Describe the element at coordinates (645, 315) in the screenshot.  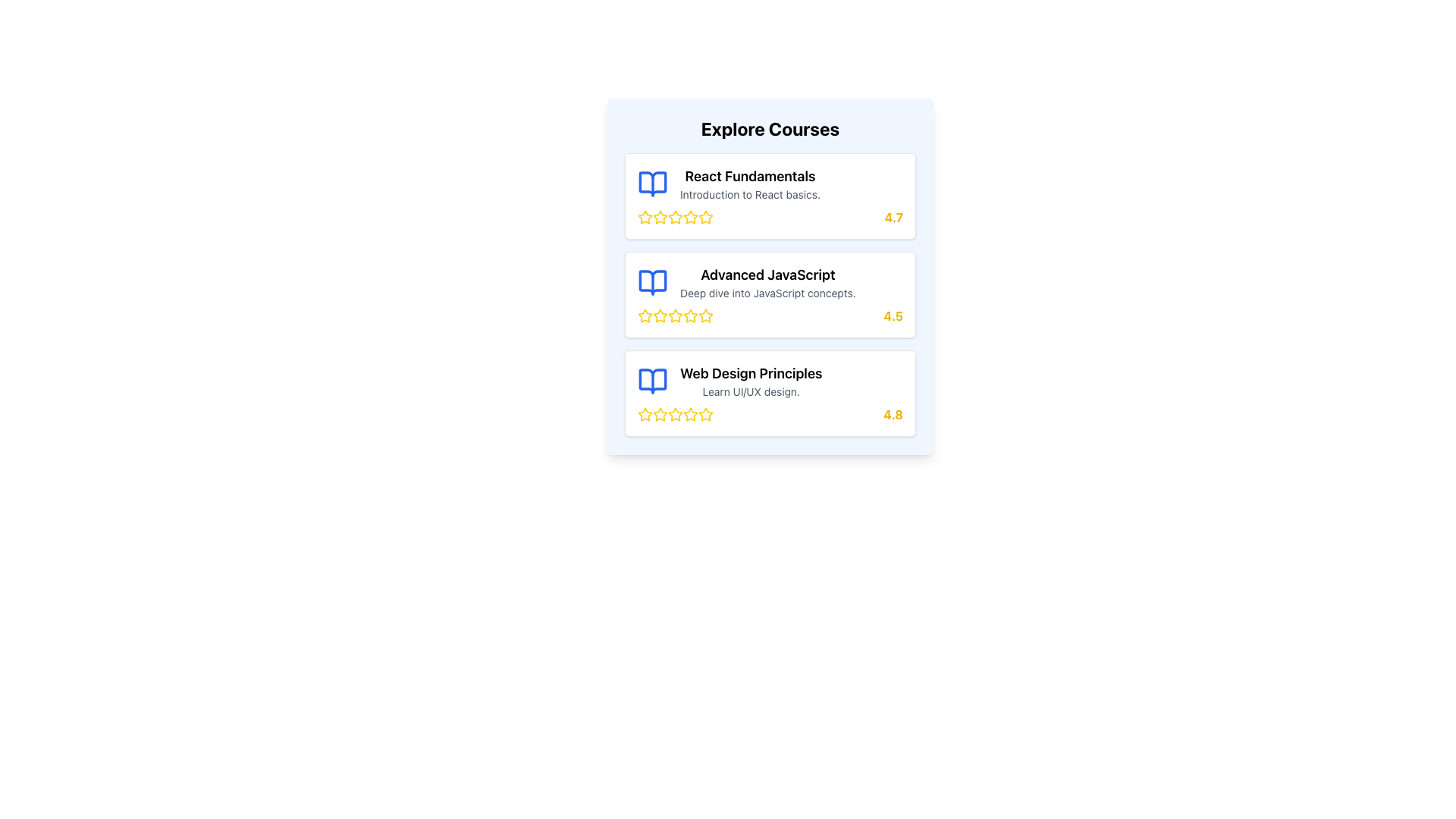
I see `the second star in the 5-star rating system located under the 'Advanced JavaScript' course card in the 'Explore Courses' list` at that location.